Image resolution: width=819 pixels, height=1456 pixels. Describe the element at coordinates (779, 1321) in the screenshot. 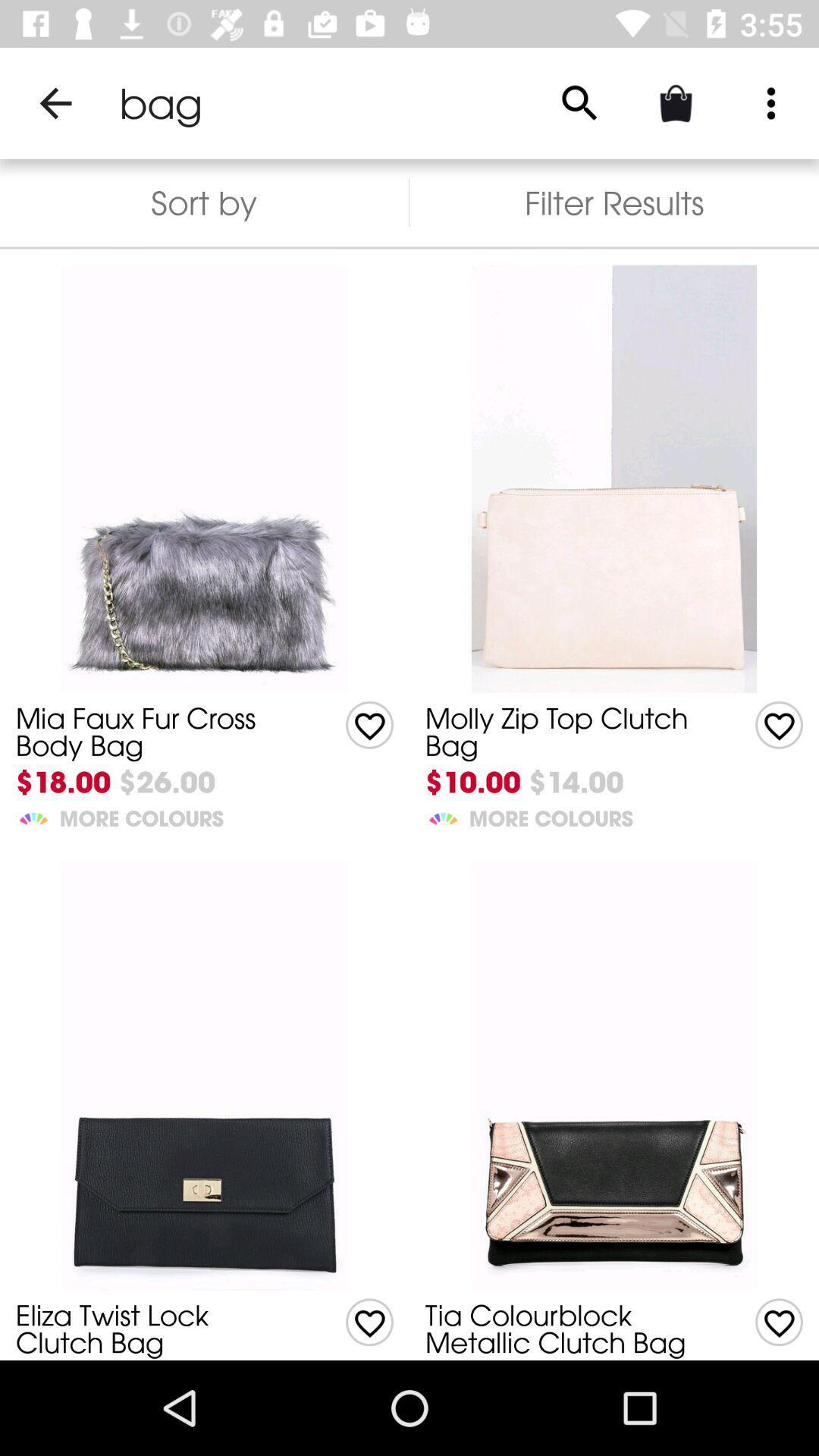

I see `give like` at that location.